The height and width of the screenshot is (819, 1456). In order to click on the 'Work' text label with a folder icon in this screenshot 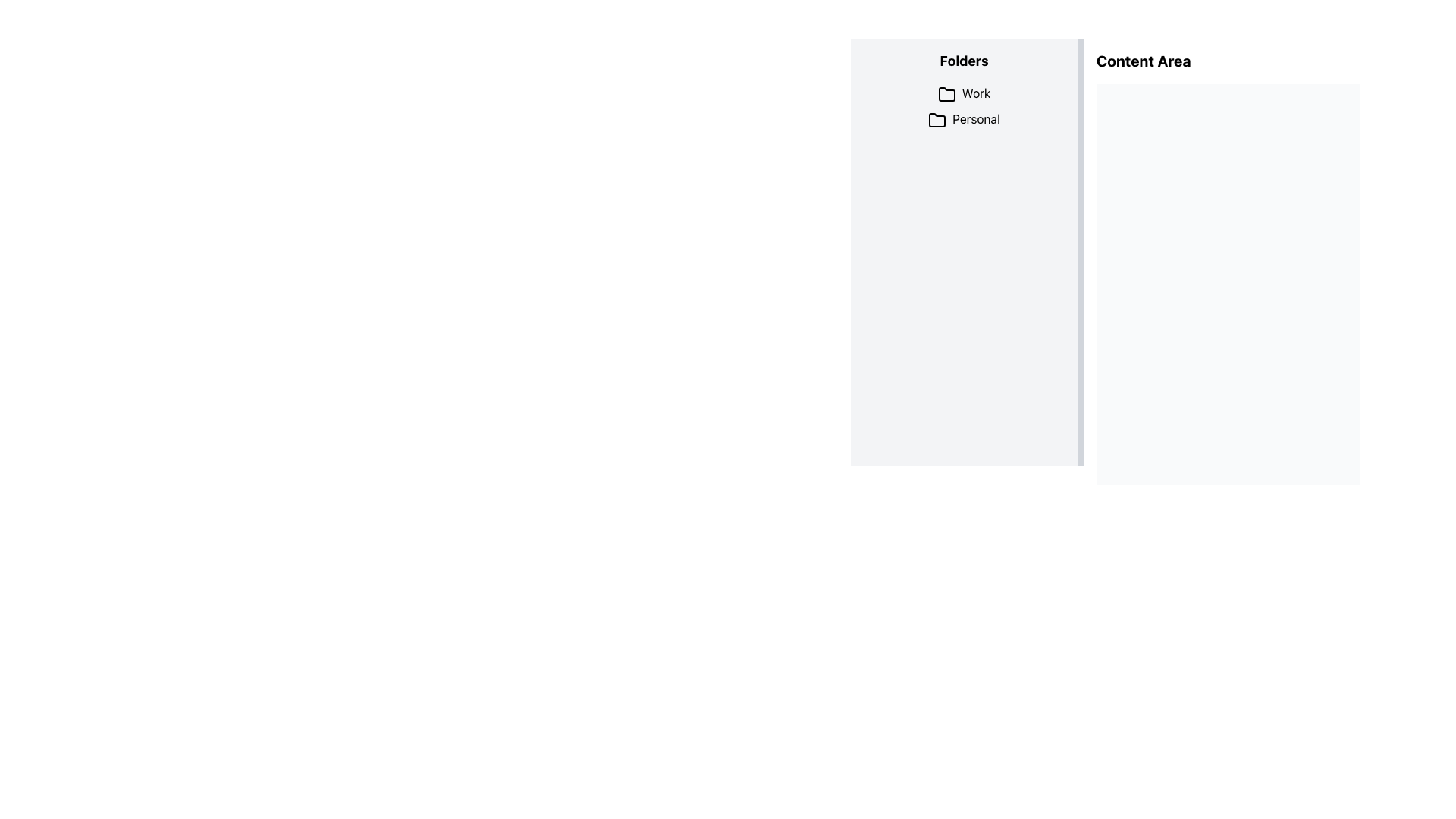, I will do `click(963, 93)`.